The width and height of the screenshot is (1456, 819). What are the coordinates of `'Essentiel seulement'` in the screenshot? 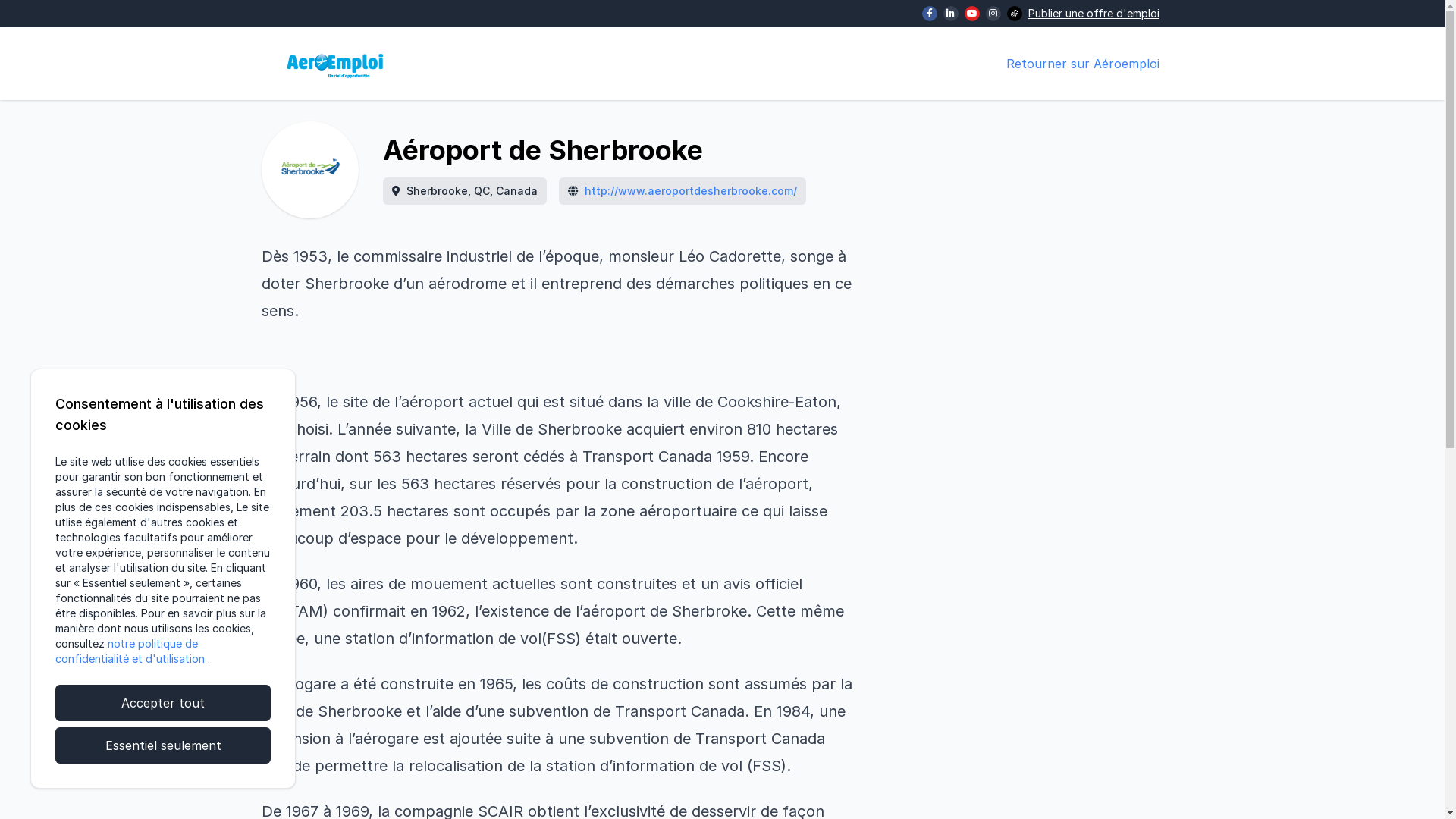 It's located at (163, 745).